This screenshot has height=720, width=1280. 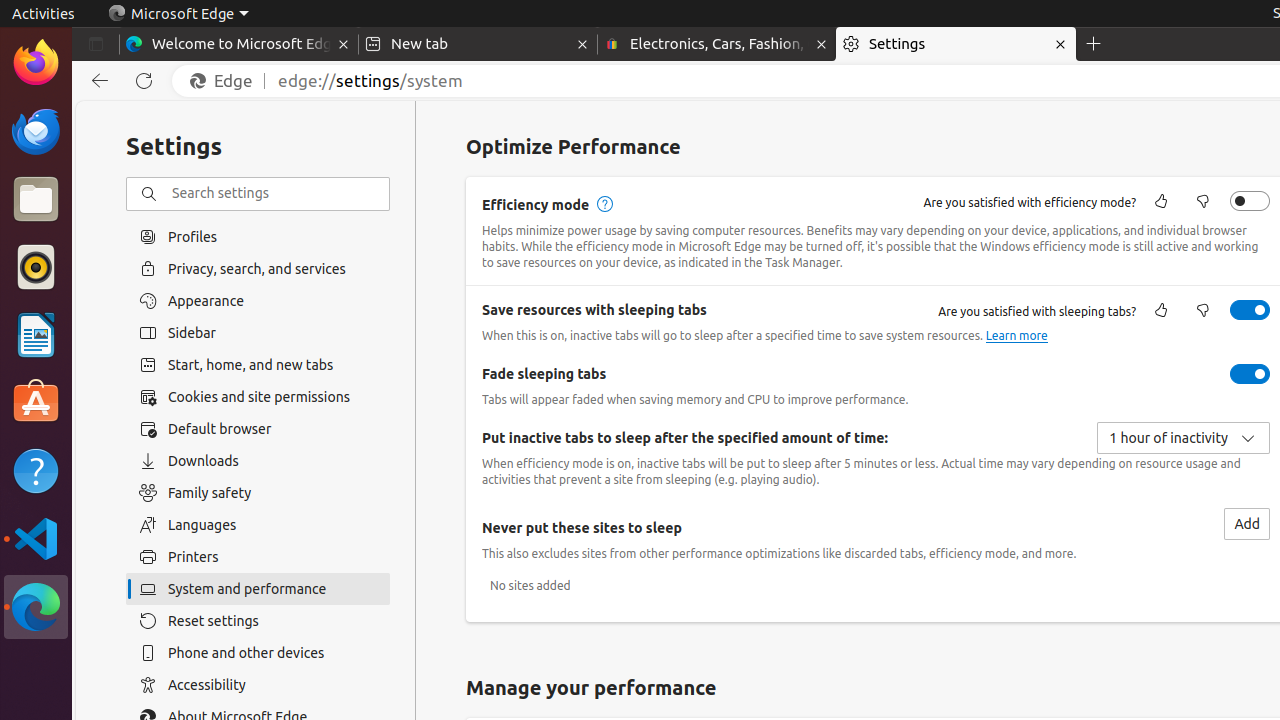 I want to click on 'Downloads', so click(x=257, y=461).